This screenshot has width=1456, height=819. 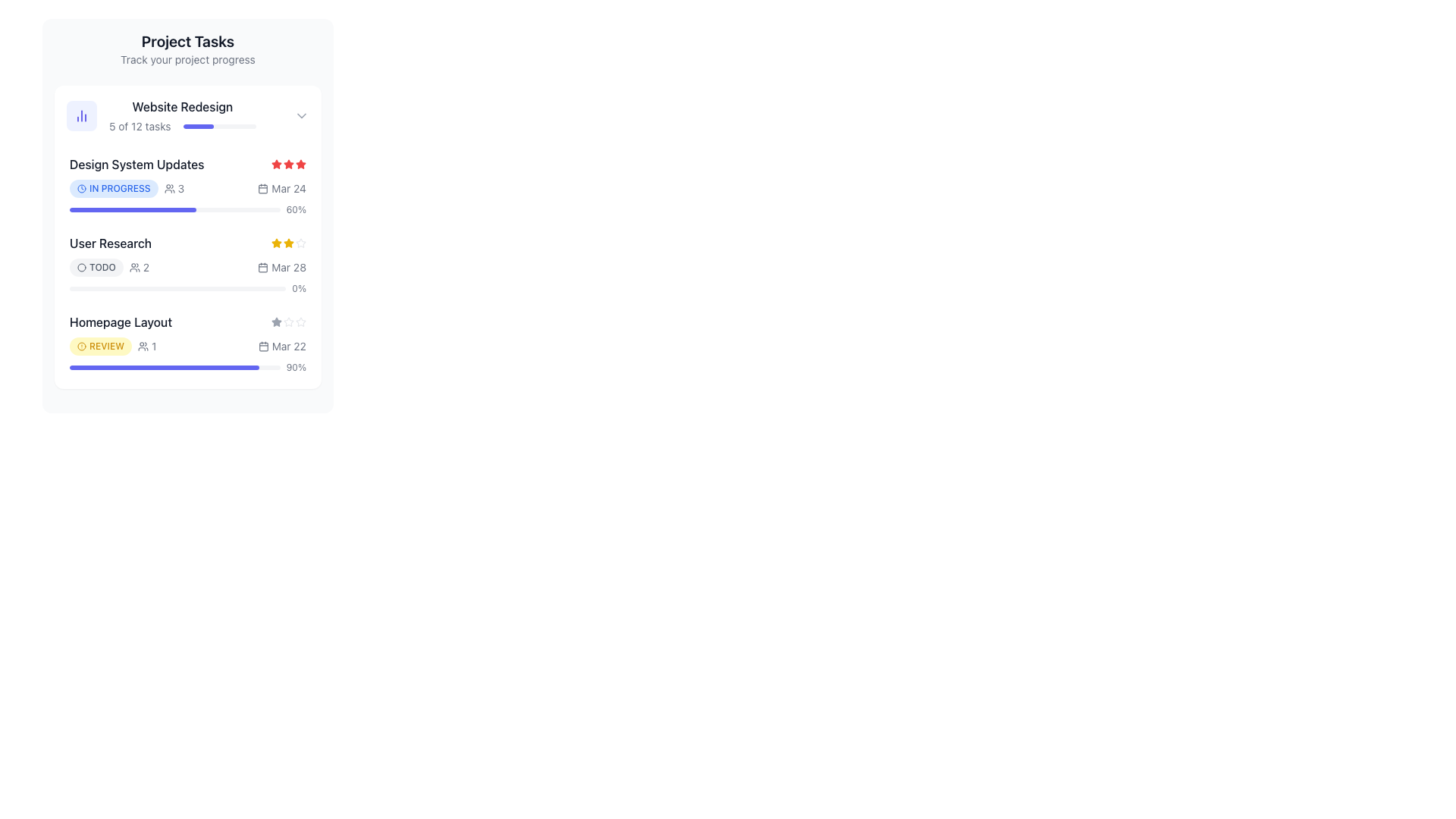 What do you see at coordinates (187, 210) in the screenshot?
I see `the progress bar representing the completion percentage of the 'Design System Updates' task in the project task panel` at bounding box center [187, 210].